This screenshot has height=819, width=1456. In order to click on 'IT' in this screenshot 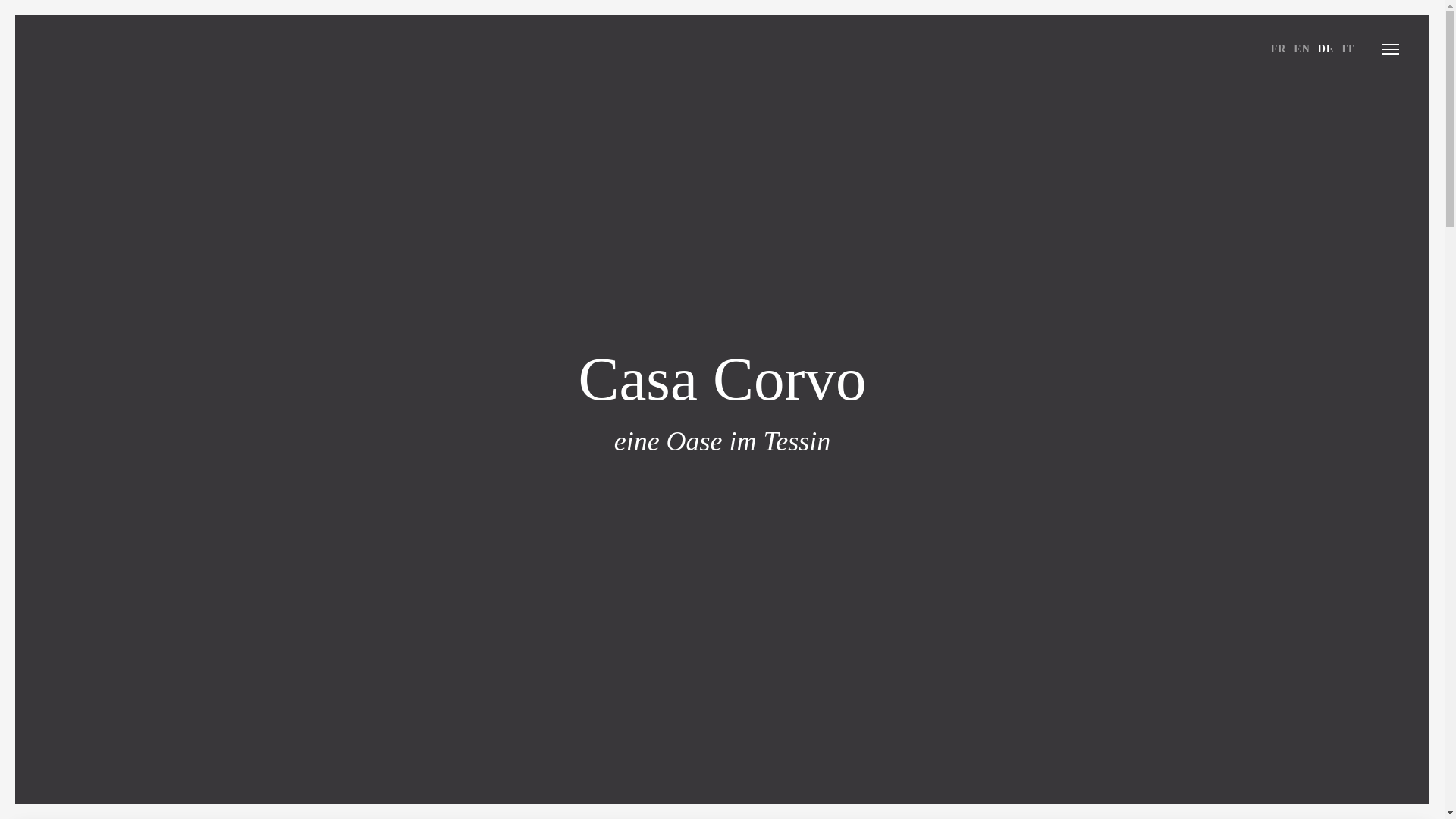, I will do `click(1348, 48)`.